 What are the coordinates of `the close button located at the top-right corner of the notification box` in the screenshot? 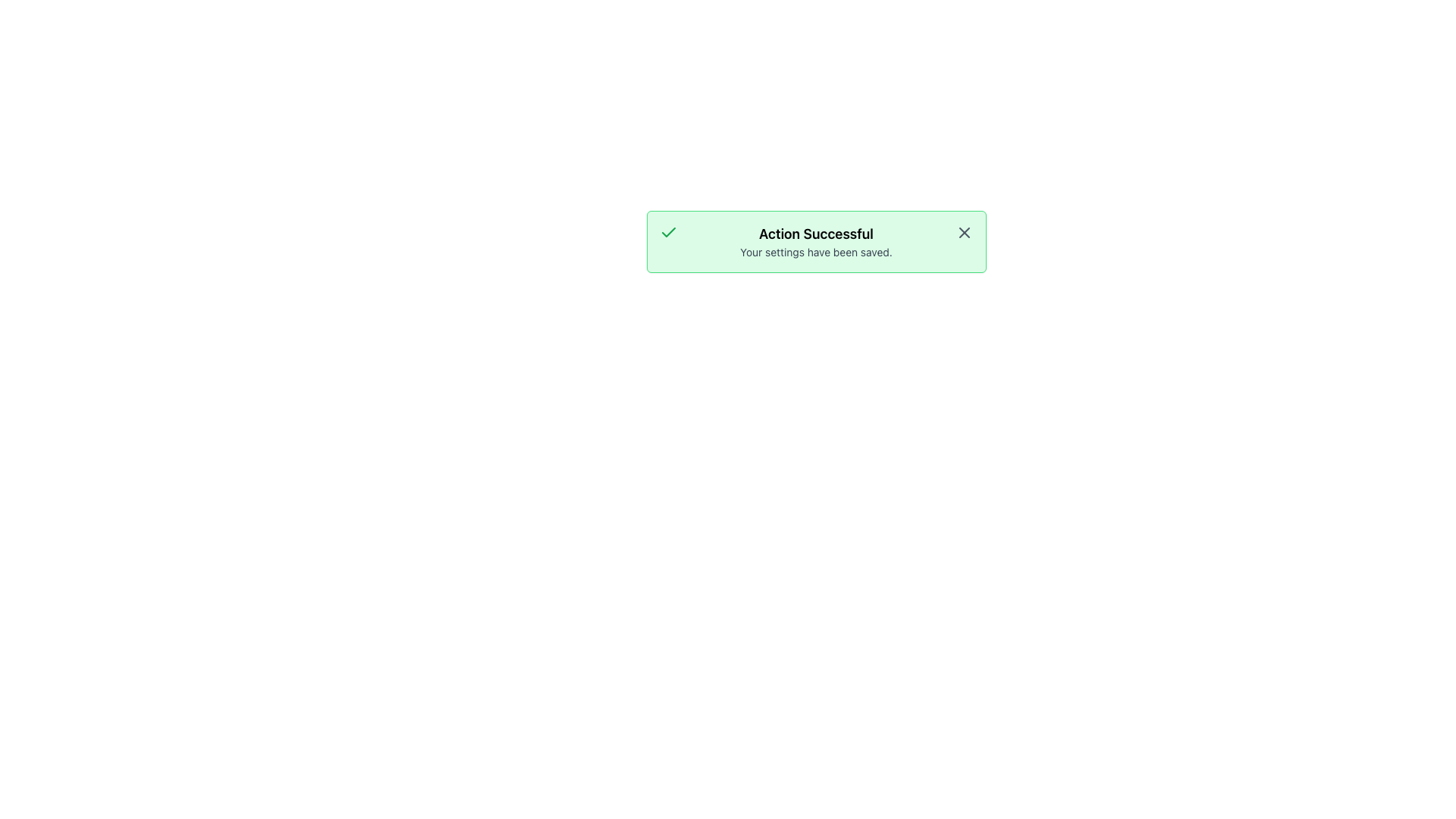 It's located at (963, 233).